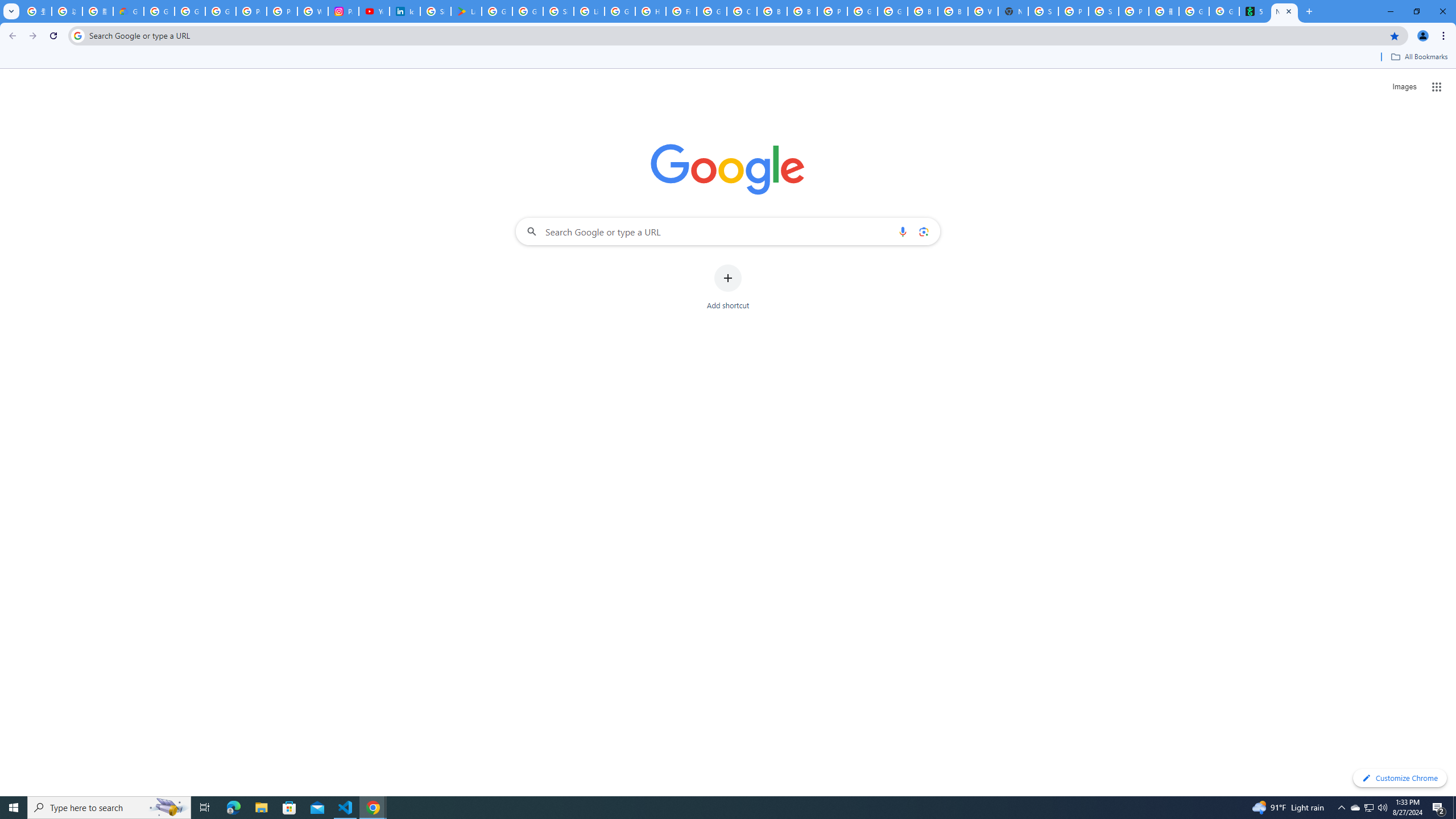 The height and width of the screenshot is (819, 1456). Describe the element at coordinates (528, 11) in the screenshot. I see `'Google Workspace - Specific Terms'` at that location.